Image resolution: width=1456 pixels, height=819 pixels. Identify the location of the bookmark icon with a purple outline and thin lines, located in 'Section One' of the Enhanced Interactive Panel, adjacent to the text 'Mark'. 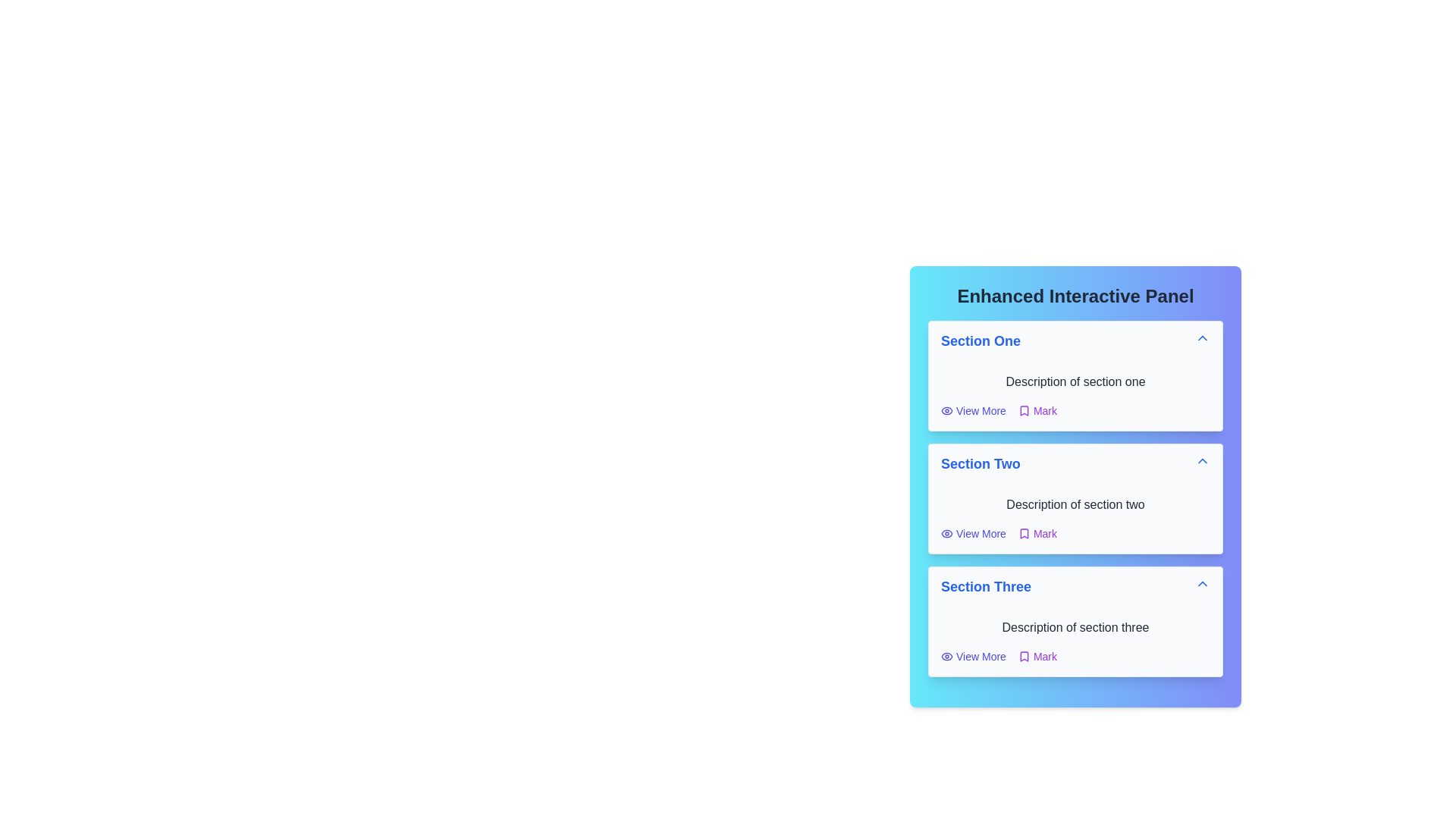
(1024, 411).